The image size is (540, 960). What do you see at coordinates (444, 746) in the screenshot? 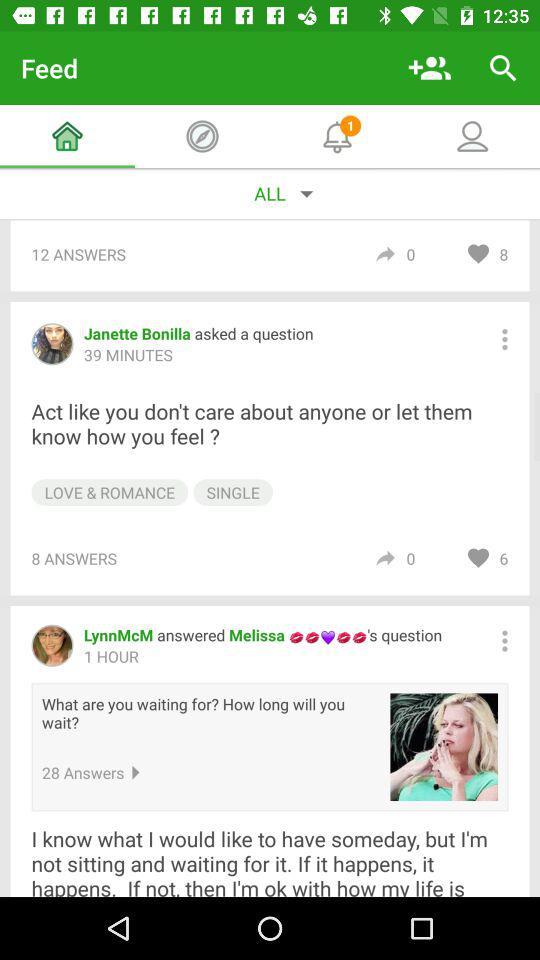
I see `link to something` at bounding box center [444, 746].